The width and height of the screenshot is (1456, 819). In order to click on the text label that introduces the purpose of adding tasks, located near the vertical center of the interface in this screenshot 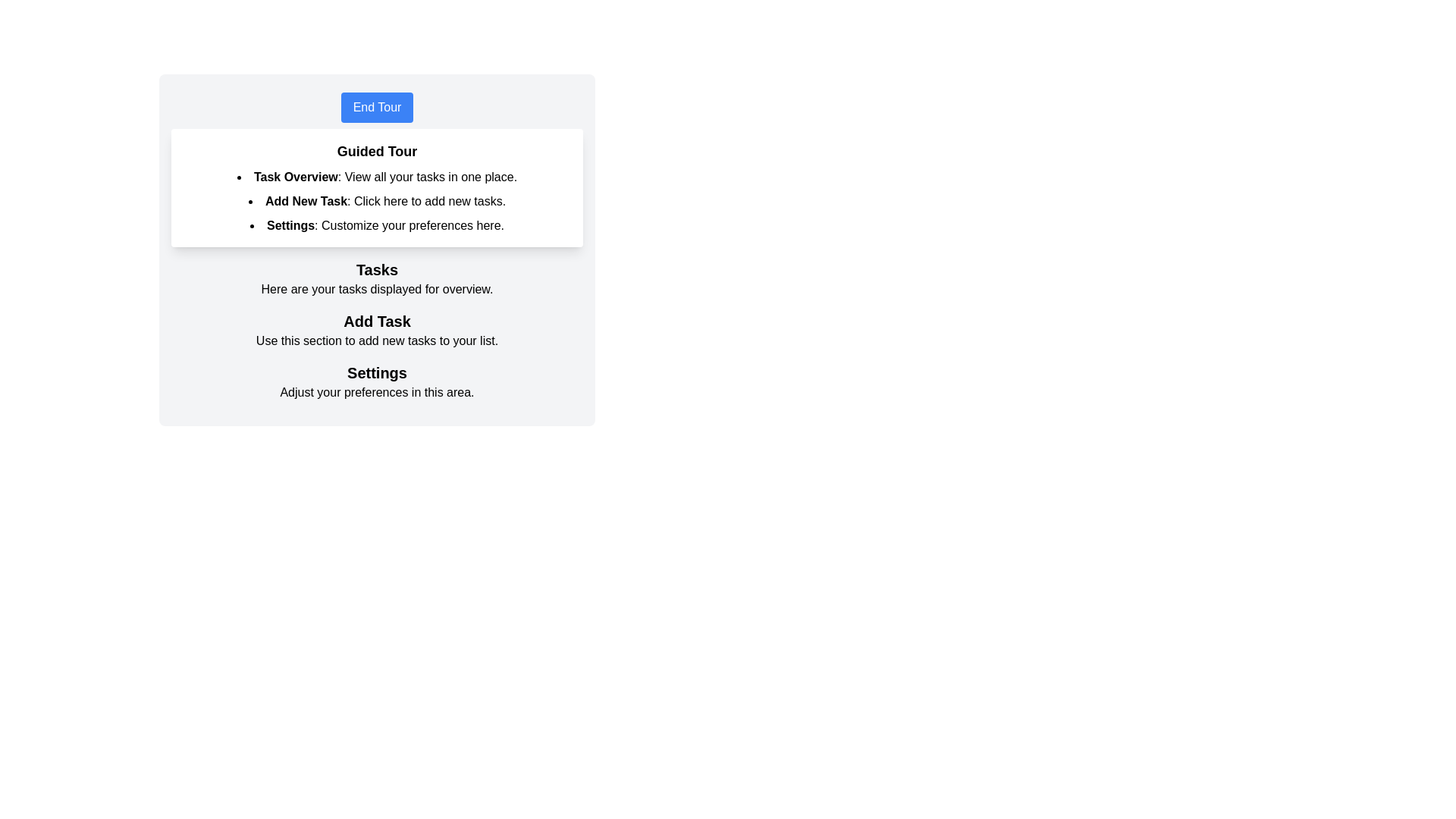, I will do `click(377, 321)`.